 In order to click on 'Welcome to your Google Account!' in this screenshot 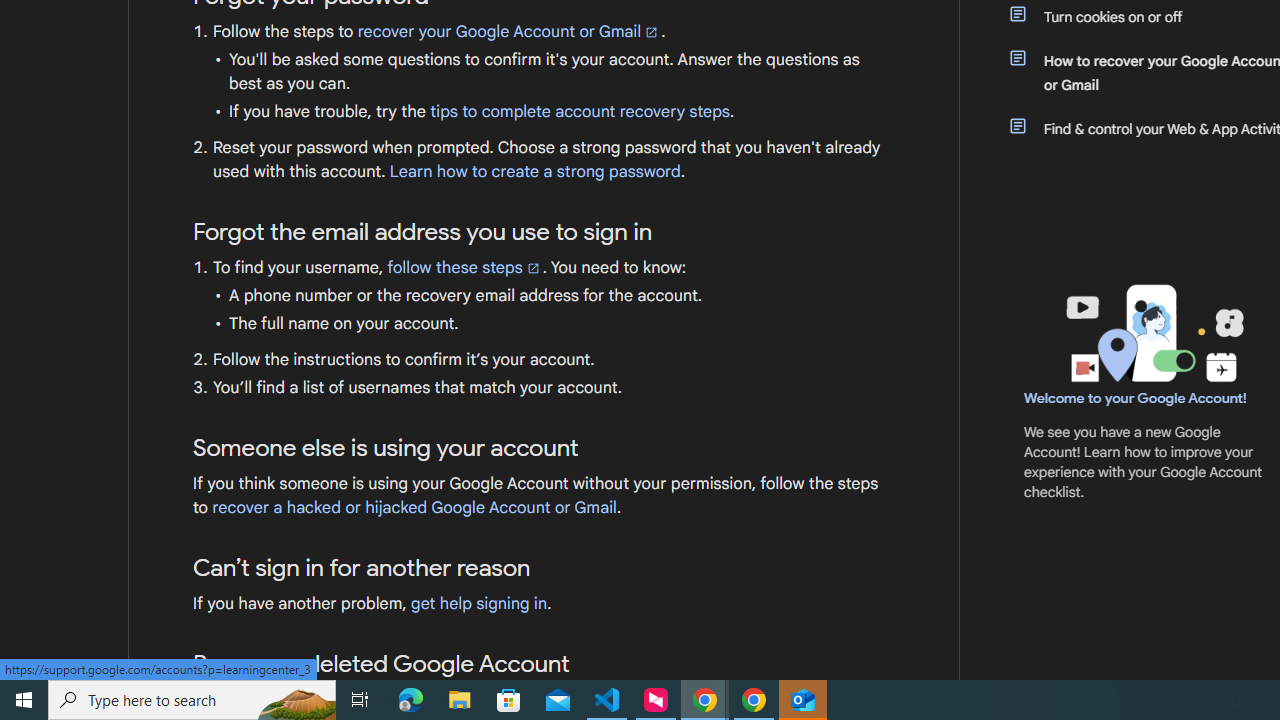, I will do `click(1135, 397)`.